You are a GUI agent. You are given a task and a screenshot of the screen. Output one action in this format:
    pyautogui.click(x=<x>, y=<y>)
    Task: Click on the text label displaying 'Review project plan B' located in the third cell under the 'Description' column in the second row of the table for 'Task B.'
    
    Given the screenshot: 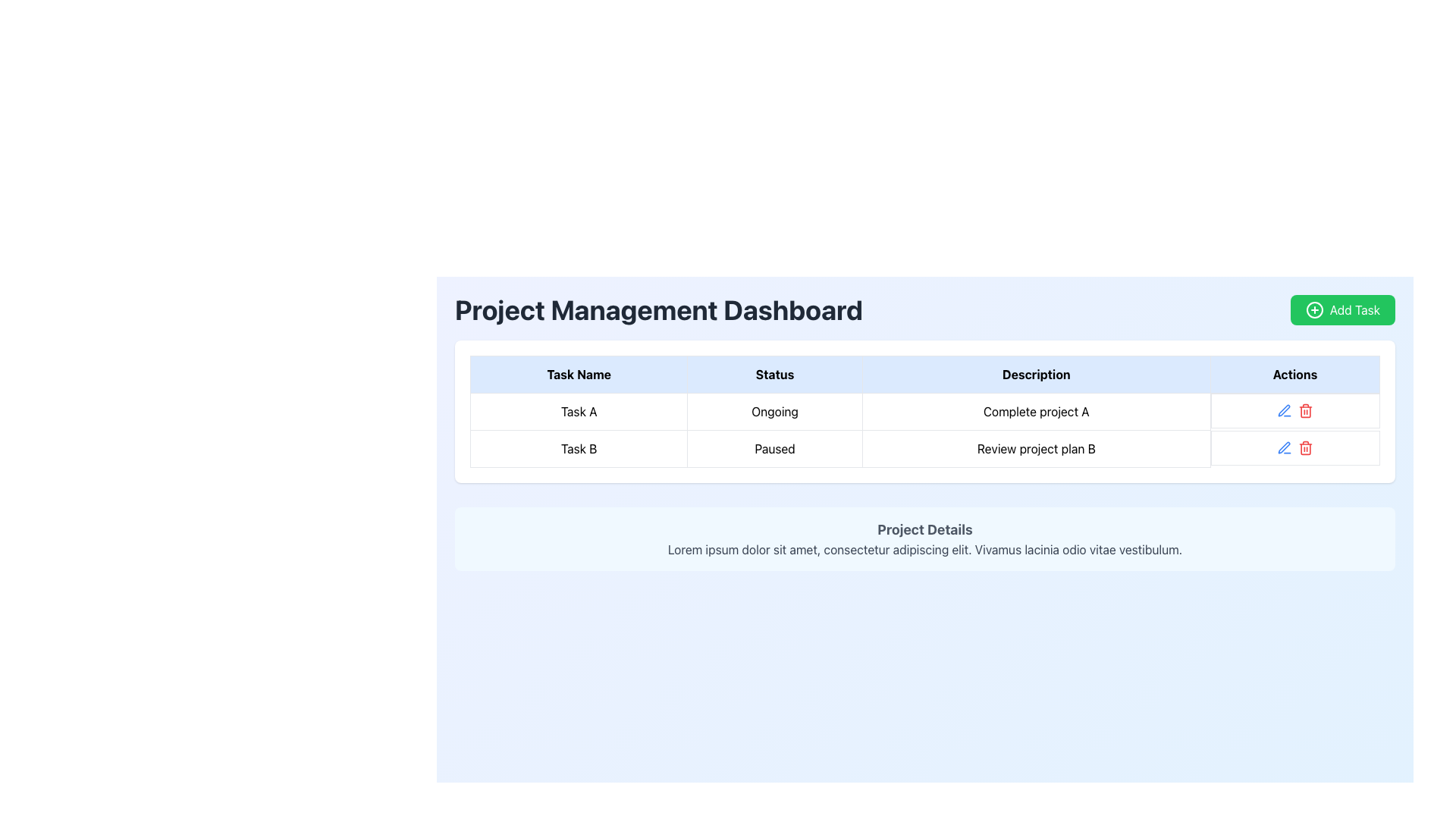 What is the action you would take?
    pyautogui.click(x=1035, y=447)
    